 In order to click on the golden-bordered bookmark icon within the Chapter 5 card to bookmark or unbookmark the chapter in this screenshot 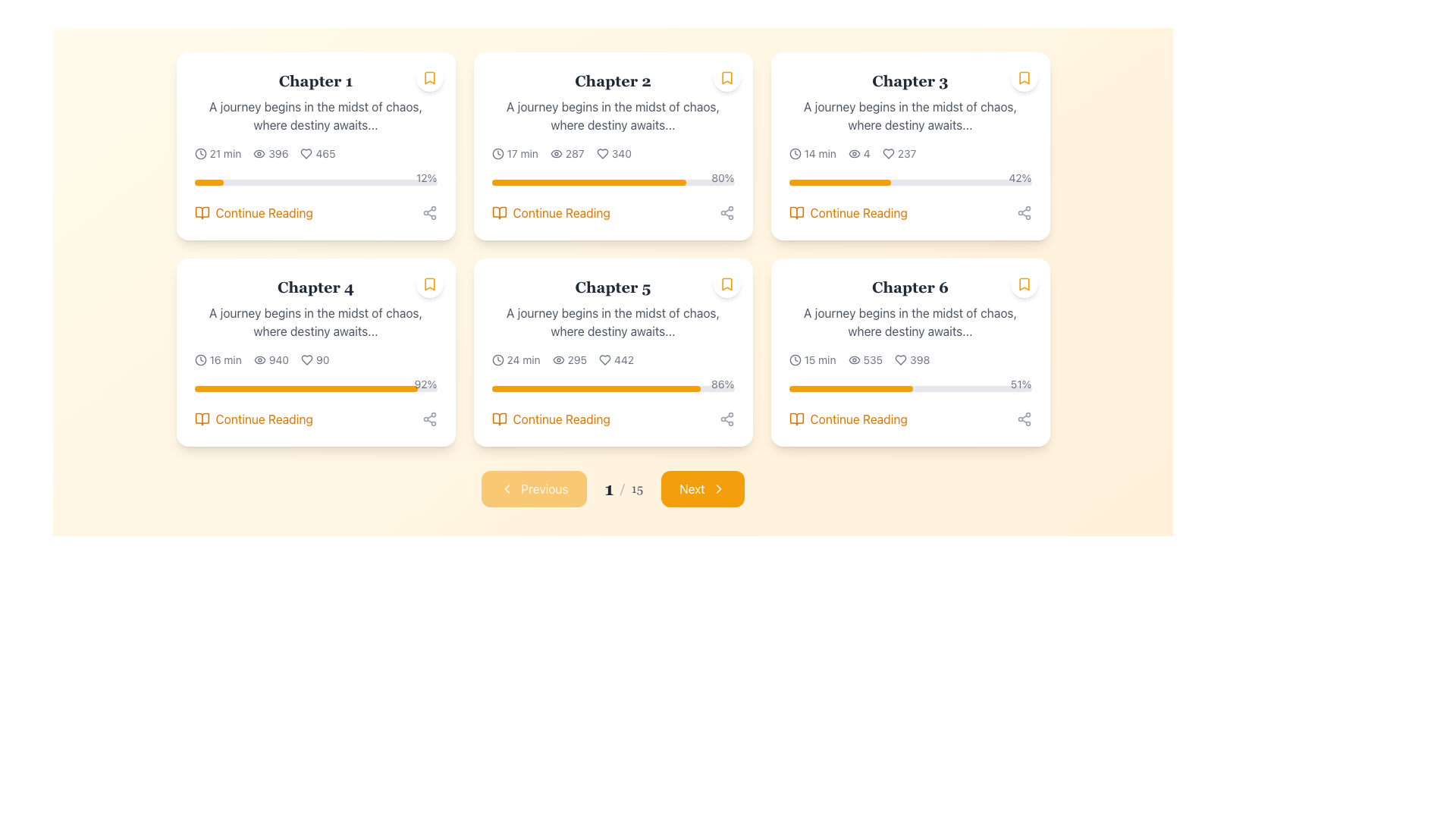, I will do `click(726, 284)`.